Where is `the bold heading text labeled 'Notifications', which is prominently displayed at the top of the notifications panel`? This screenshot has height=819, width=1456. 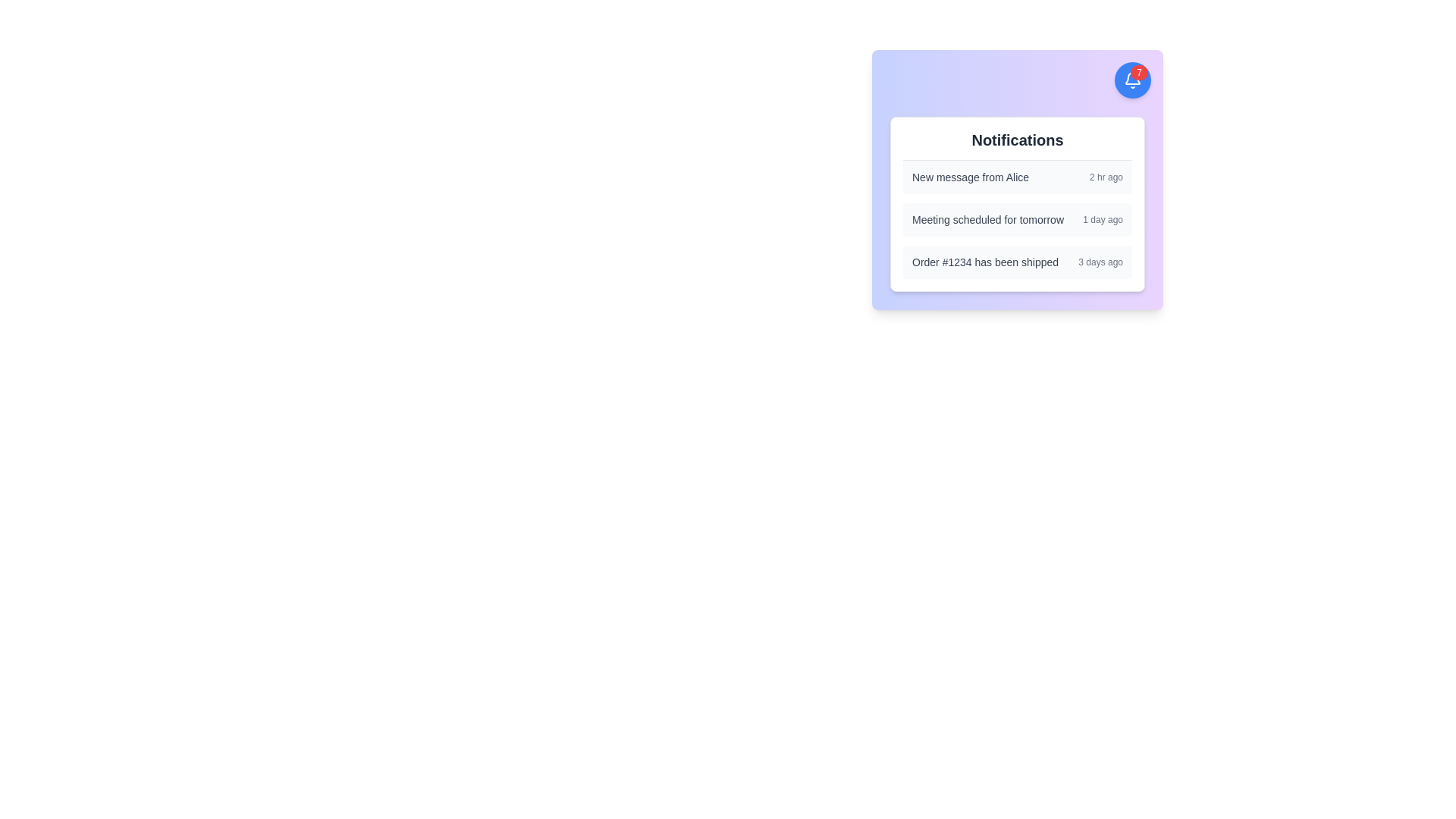
the bold heading text labeled 'Notifications', which is prominently displayed at the top of the notifications panel is located at coordinates (1018, 140).